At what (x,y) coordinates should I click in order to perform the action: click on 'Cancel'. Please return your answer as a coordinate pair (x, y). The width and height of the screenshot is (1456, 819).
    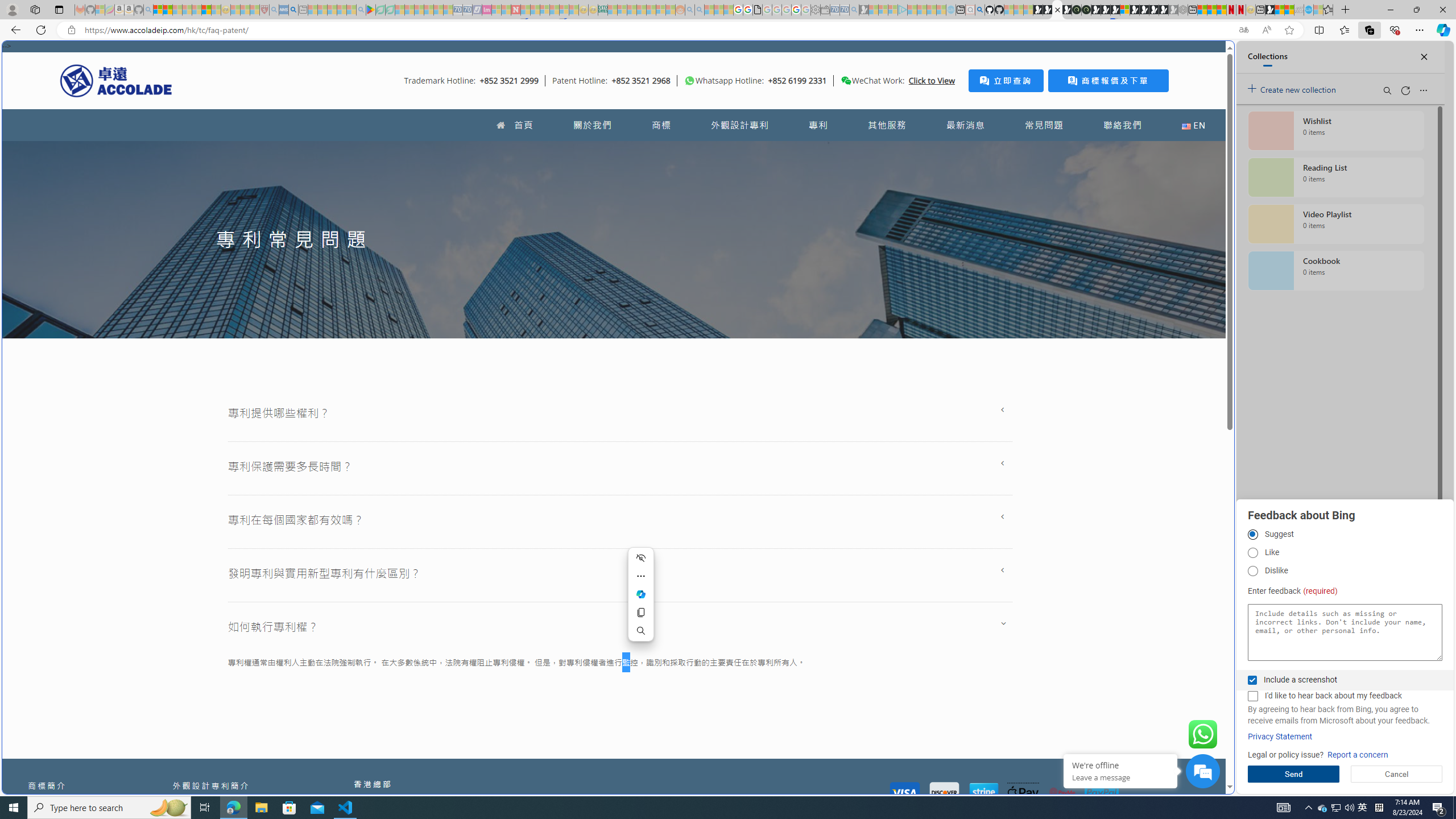
    Looking at the image, I should click on (1396, 773).